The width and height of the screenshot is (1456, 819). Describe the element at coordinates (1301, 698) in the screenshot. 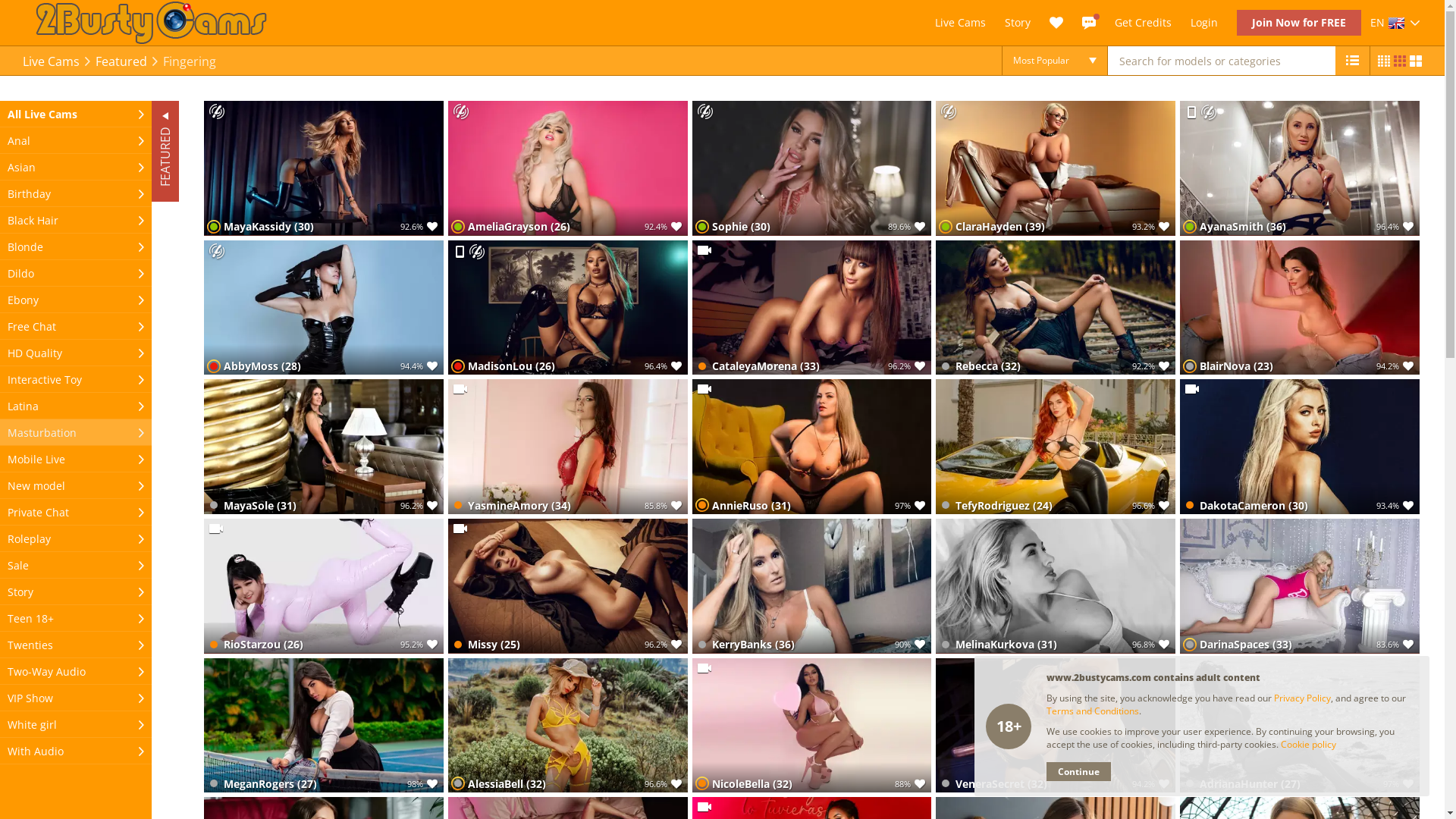

I see `'Privacy Policy'` at that location.